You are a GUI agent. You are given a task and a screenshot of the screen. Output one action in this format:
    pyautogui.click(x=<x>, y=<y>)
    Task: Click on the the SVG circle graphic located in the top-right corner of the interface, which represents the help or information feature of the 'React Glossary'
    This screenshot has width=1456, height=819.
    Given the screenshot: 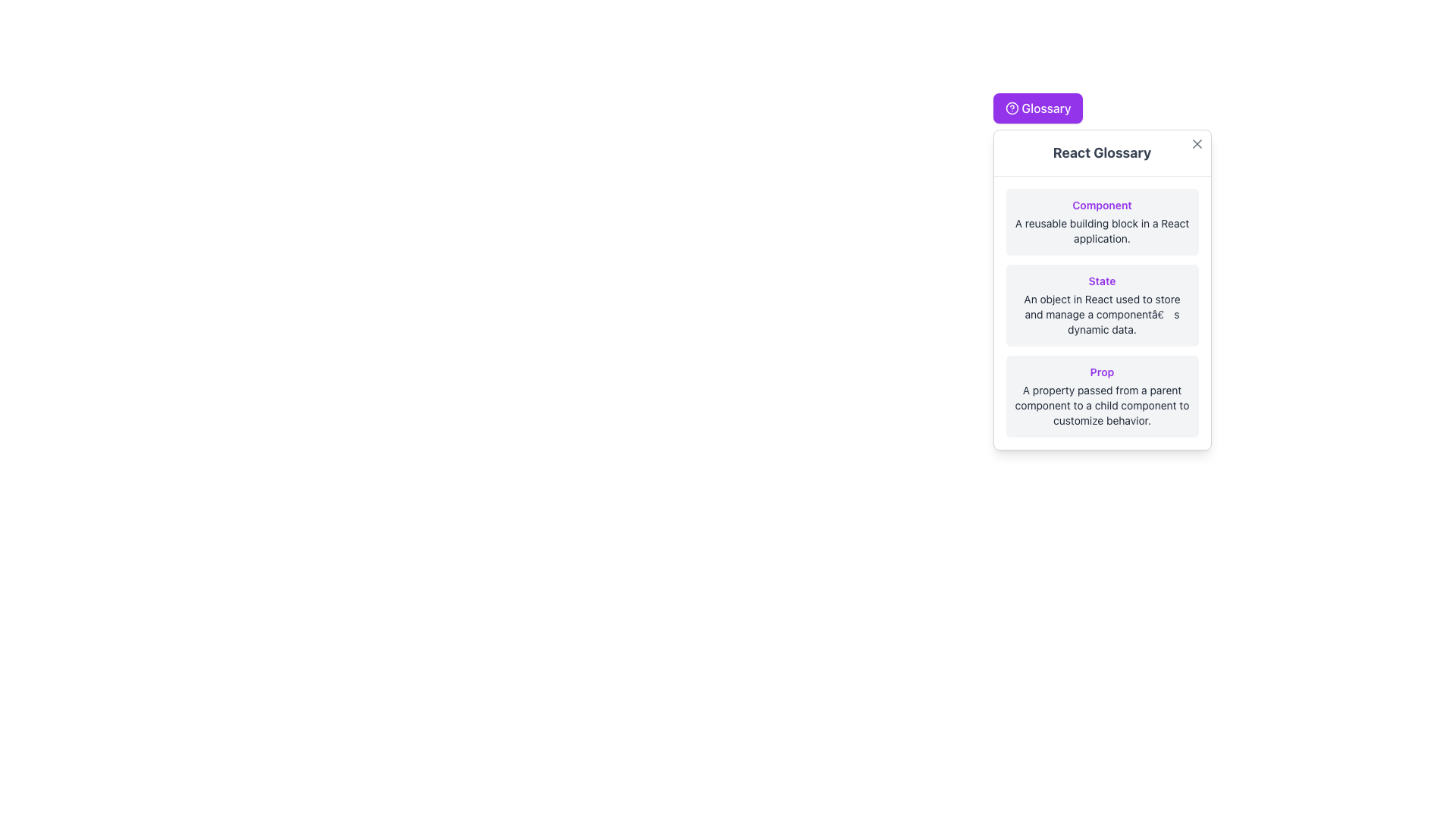 What is the action you would take?
    pyautogui.click(x=1012, y=107)
    